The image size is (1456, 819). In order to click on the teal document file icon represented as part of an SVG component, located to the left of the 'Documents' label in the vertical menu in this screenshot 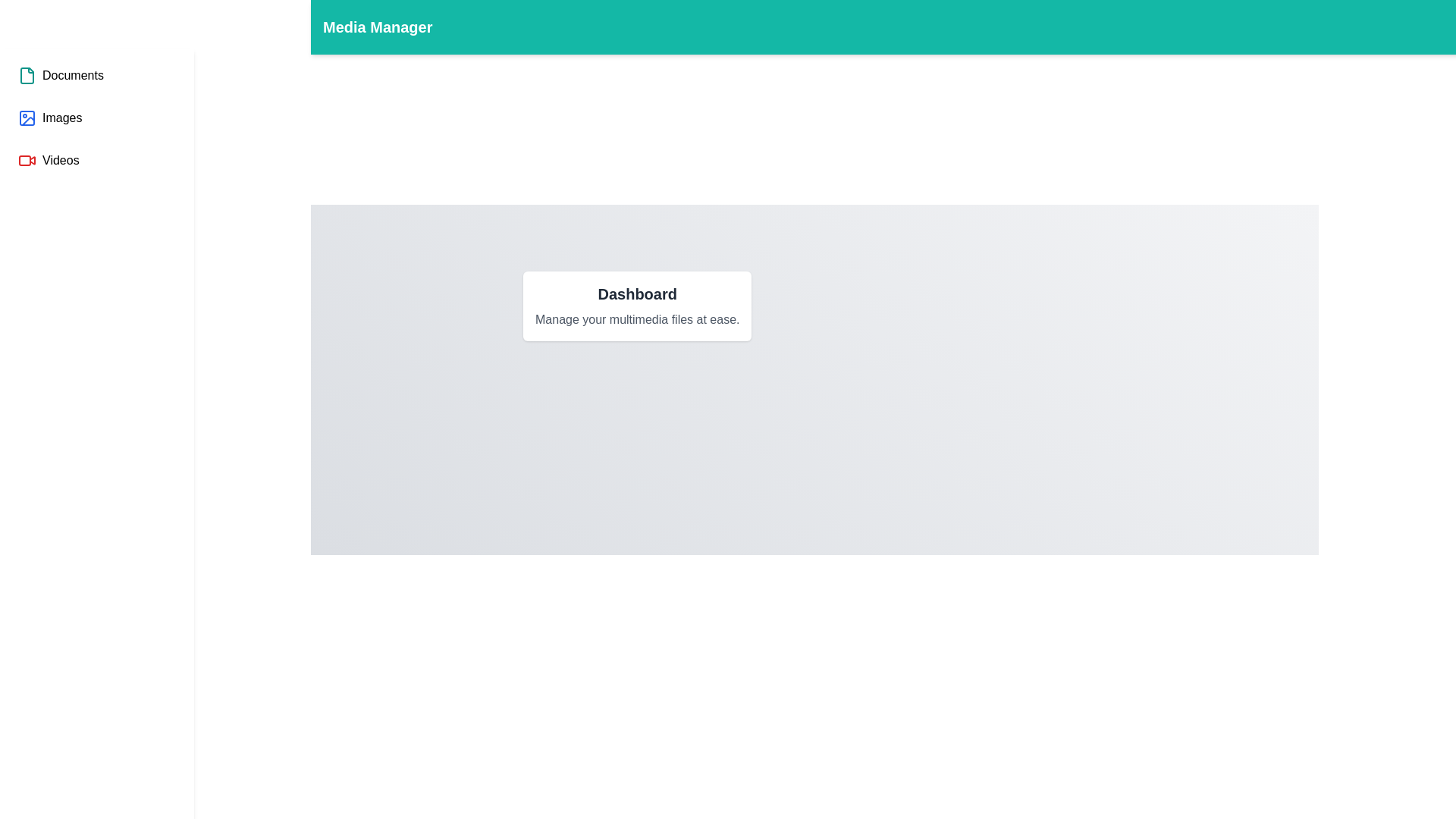, I will do `click(27, 76)`.